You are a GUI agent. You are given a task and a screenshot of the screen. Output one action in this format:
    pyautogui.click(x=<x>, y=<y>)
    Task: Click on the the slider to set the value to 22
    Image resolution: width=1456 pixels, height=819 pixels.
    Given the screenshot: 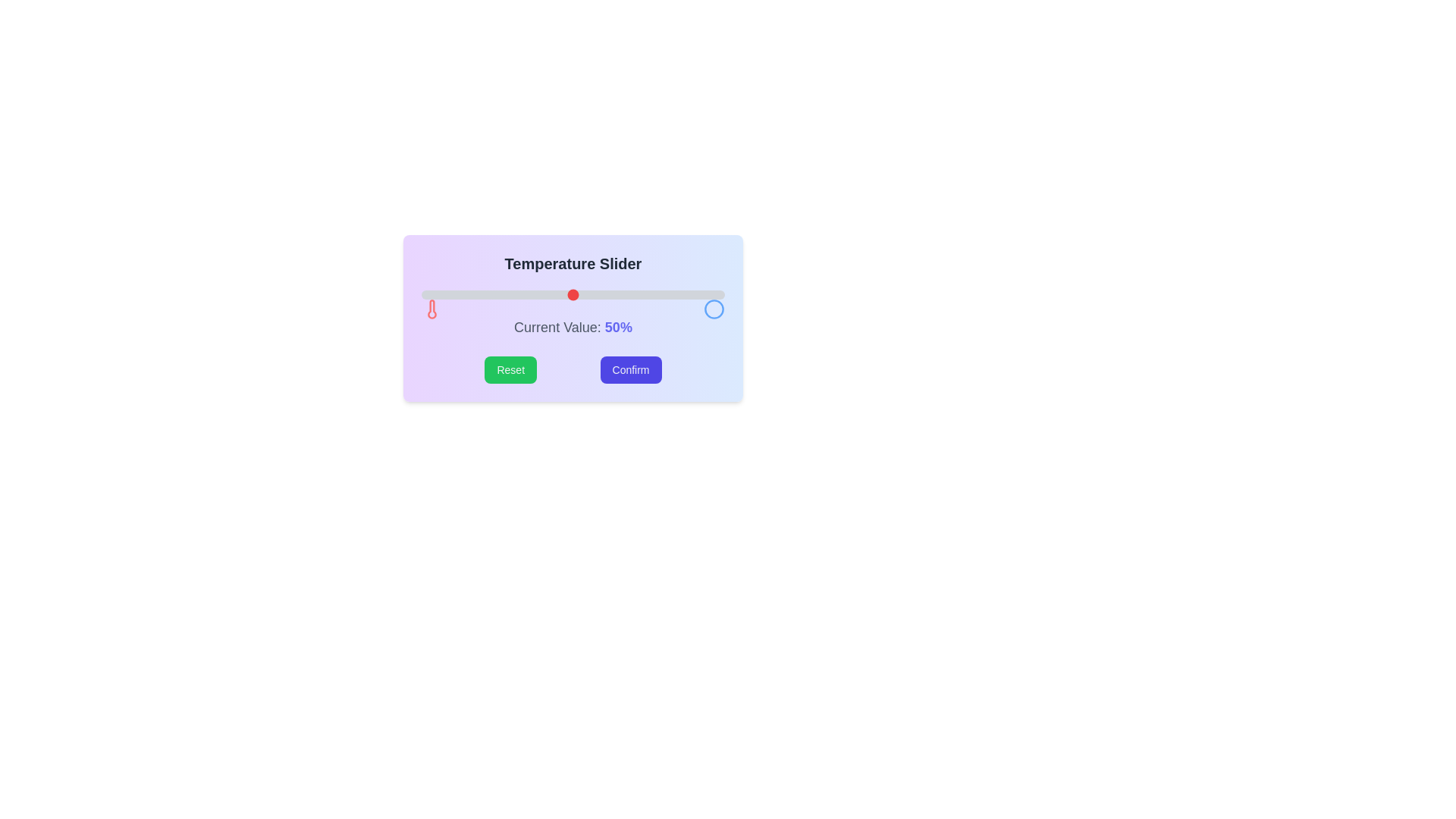 What is the action you would take?
    pyautogui.click(x=488, y=295)
    